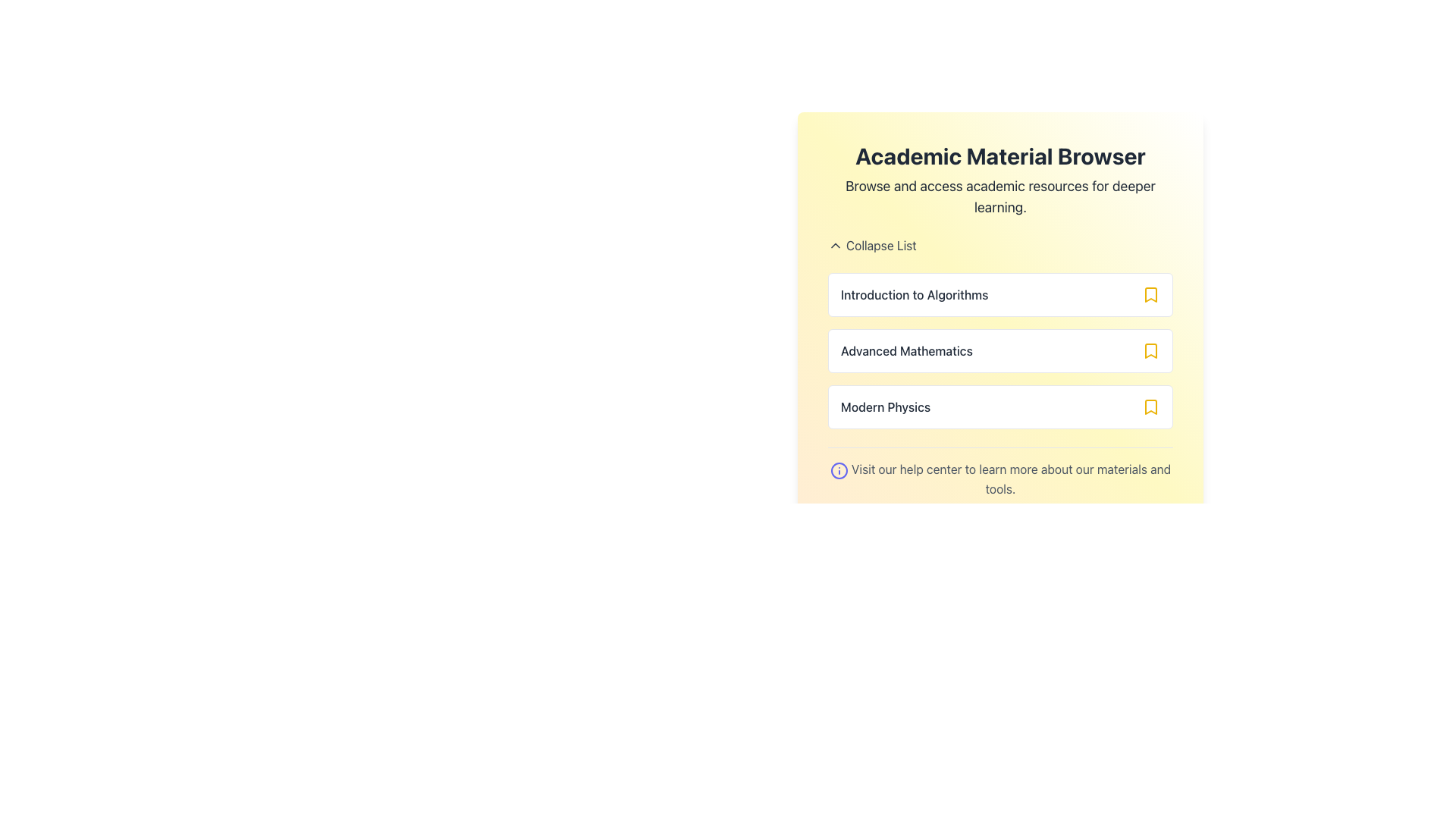 The height and width of the screenshot is (819, 1456). Describe the element at coordinates (1150, 295) in the screenshot. I see `the yellow bookmark icon with a black outline` at that location.